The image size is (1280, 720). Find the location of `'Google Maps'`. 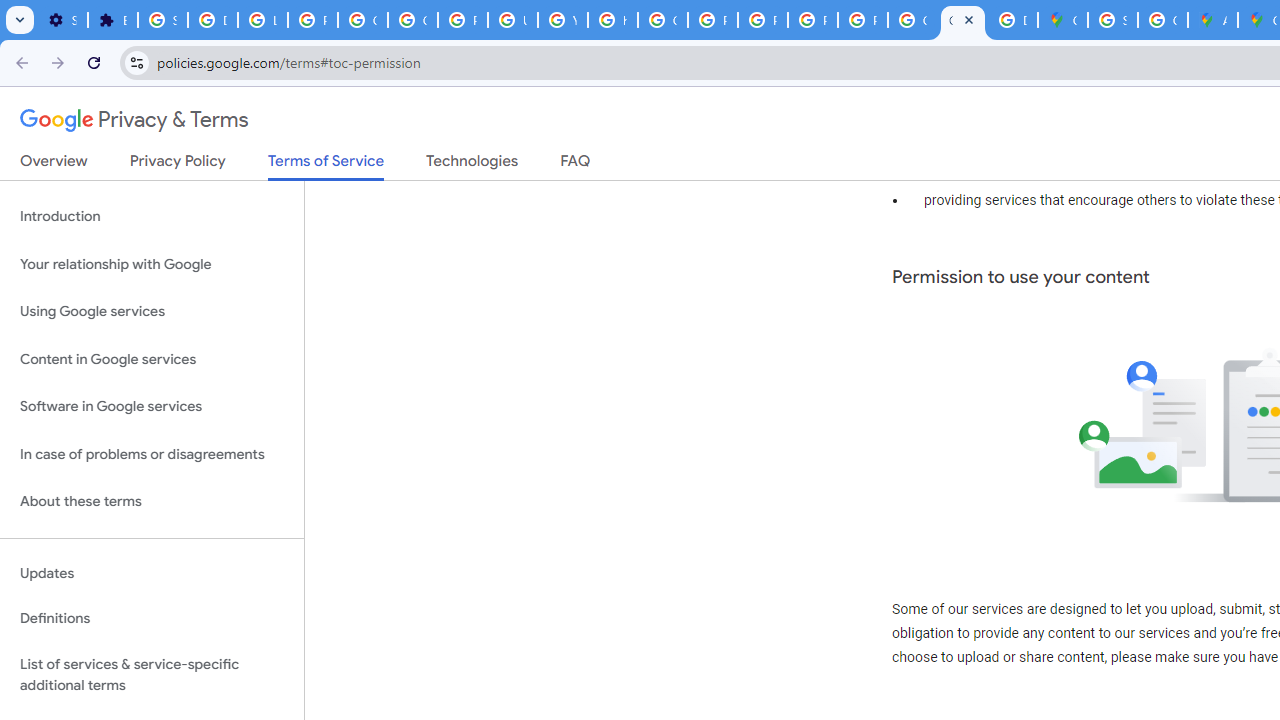

'Google Maps' is located at coordinates (1062, 20).